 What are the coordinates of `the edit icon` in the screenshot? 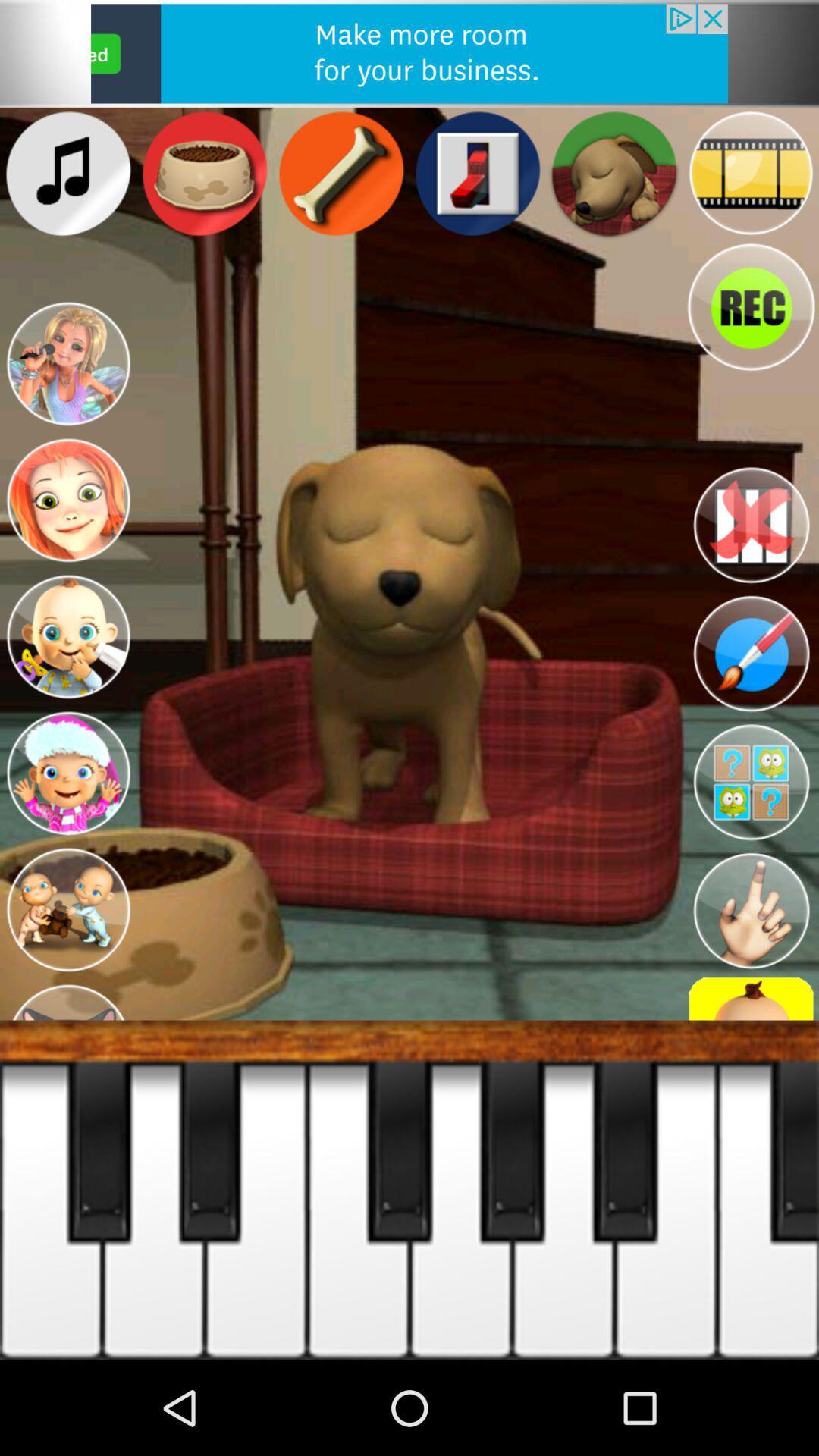 It's located at (751, 699).